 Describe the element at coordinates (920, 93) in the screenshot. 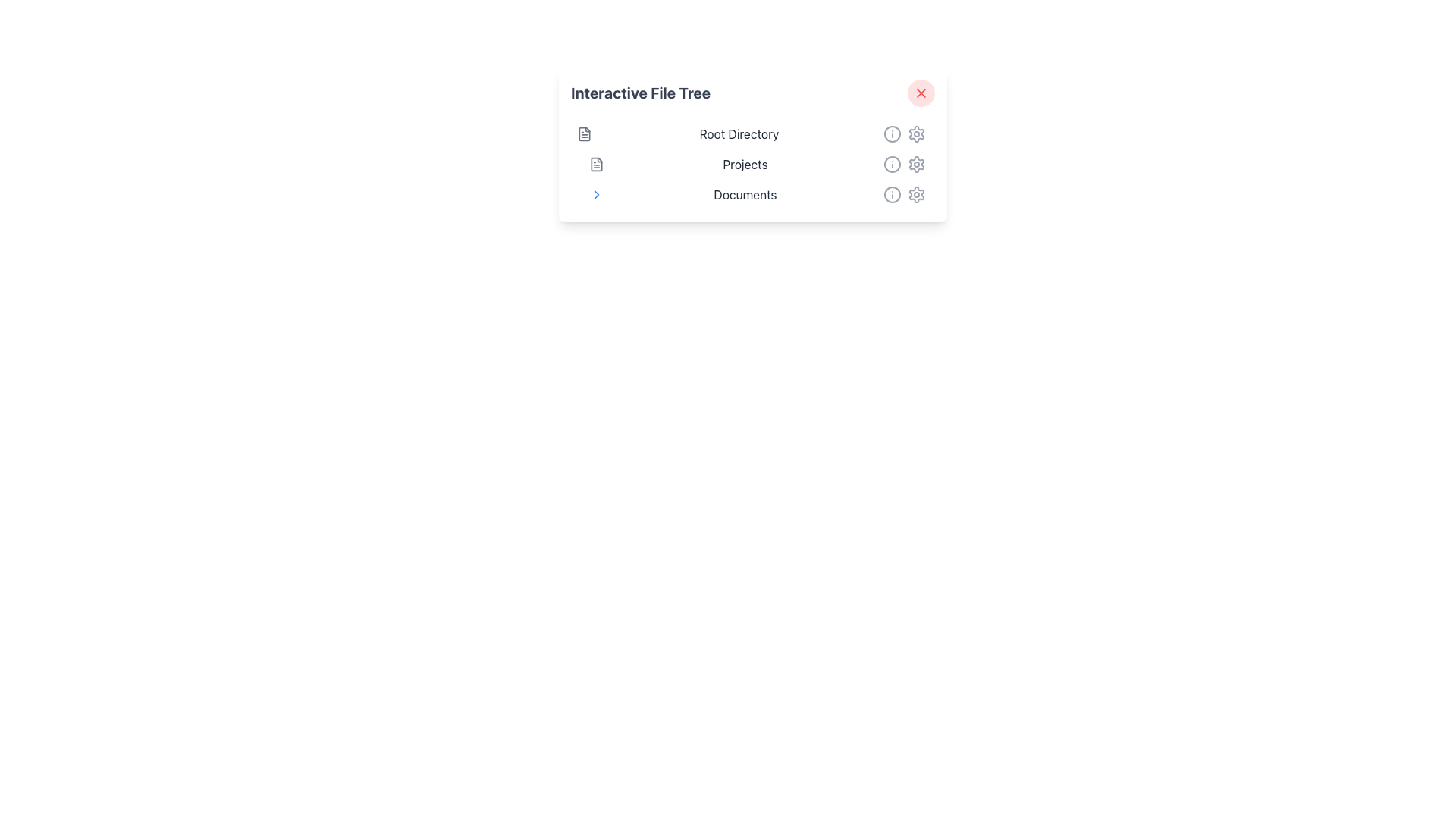

I see `the small circular button with a red background and a white 'X' icon in the top-right corner of the 'Interactive File Tree' panel to observe any hover effects` at that location.